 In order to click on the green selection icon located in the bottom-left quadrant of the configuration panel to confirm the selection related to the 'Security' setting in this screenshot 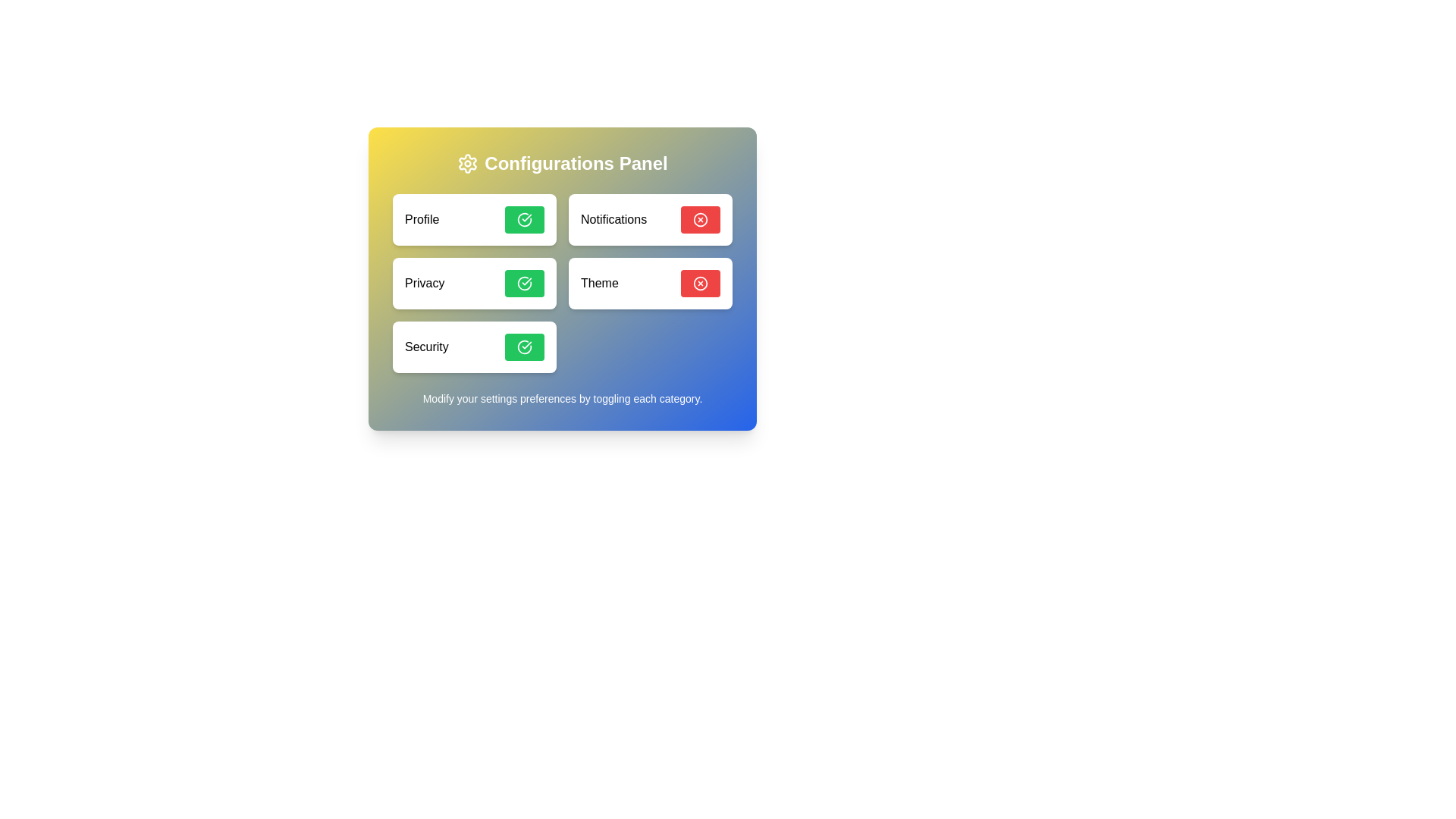, I will do `click(524, 347)`.